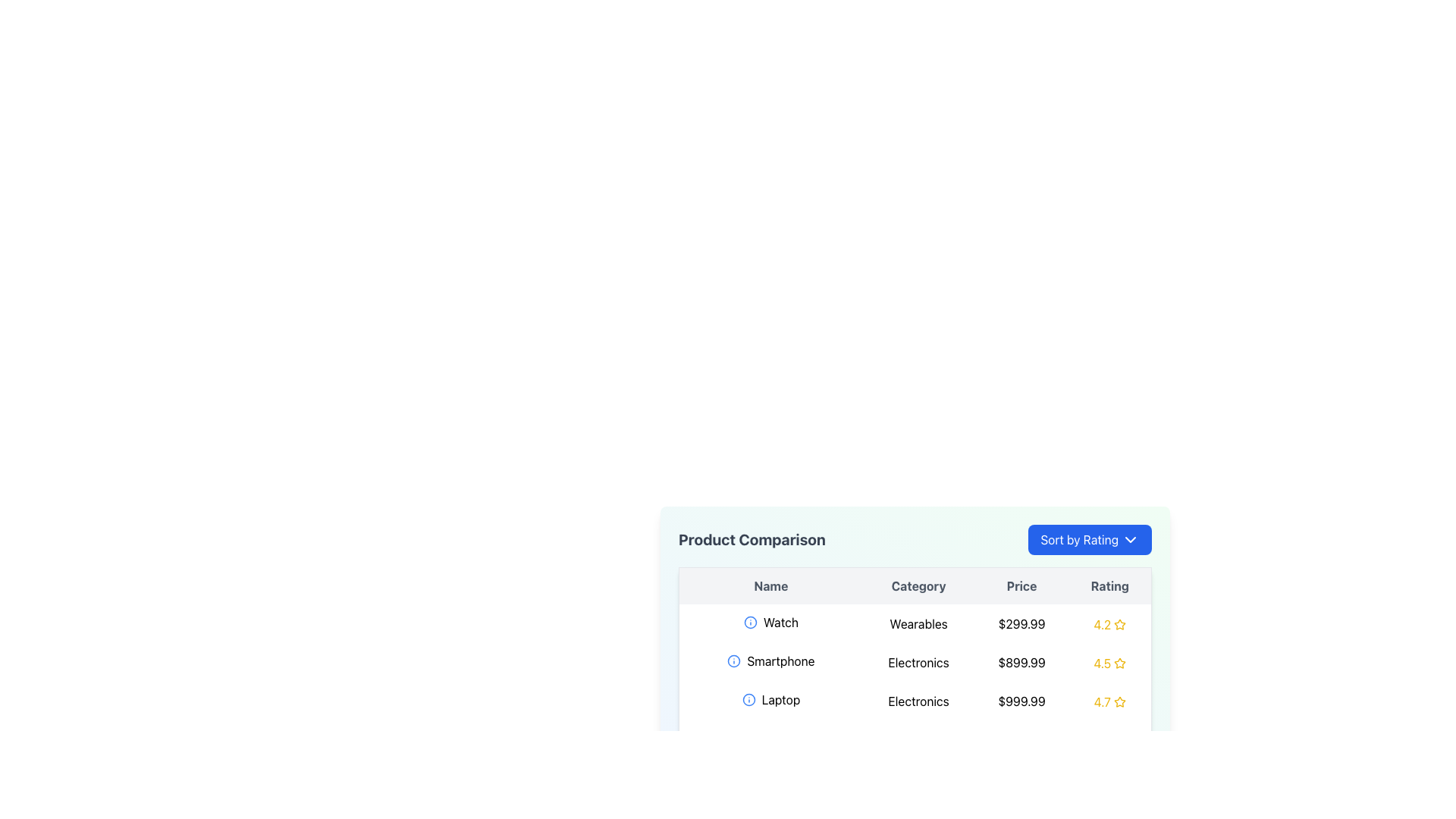 This screenshot has width=1456, height=819. I want to click on the Rating Display element located in the fourth column of the first row of the 'Product Comparison' section, which shows the product rating using star icons, so click(1109, 625).